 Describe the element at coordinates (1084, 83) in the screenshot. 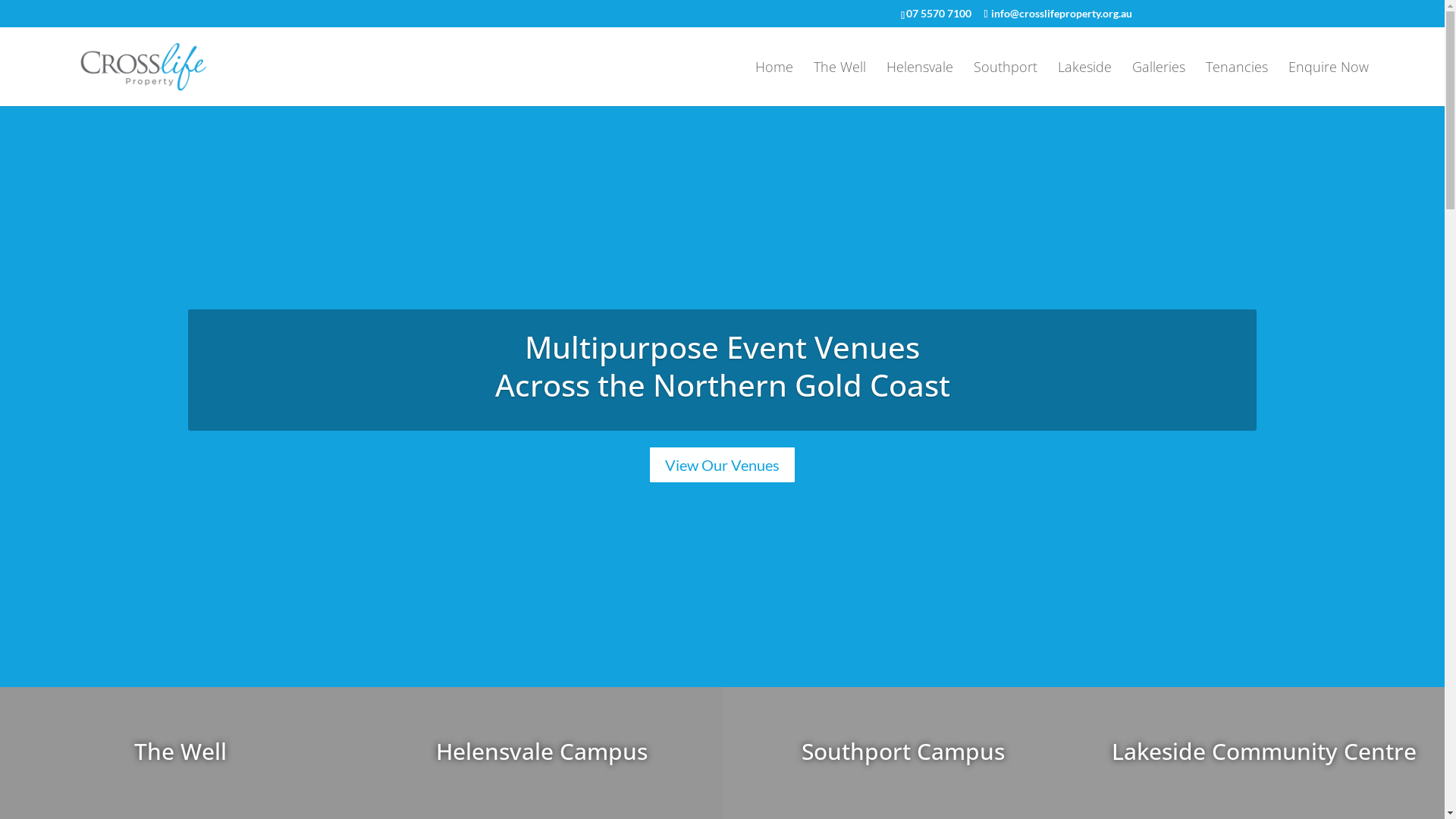

I see `'Lakeside'` at that location.